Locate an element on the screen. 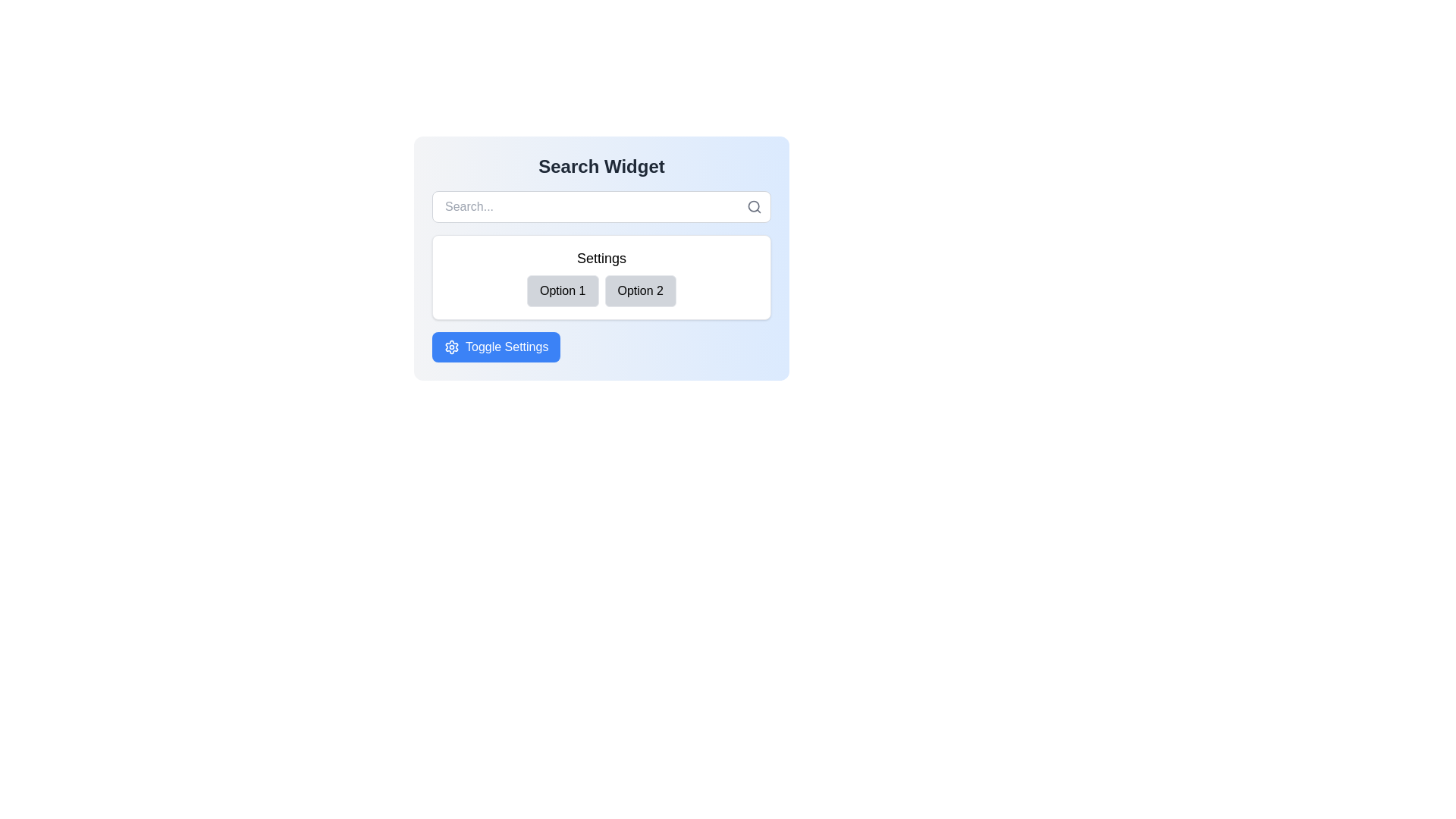  the settings icon, which resembles a gear graphic with multiple concentric circular components and protruding segments, located beneath the 'Toggle Settings' button is located at coordinates (450, 347).